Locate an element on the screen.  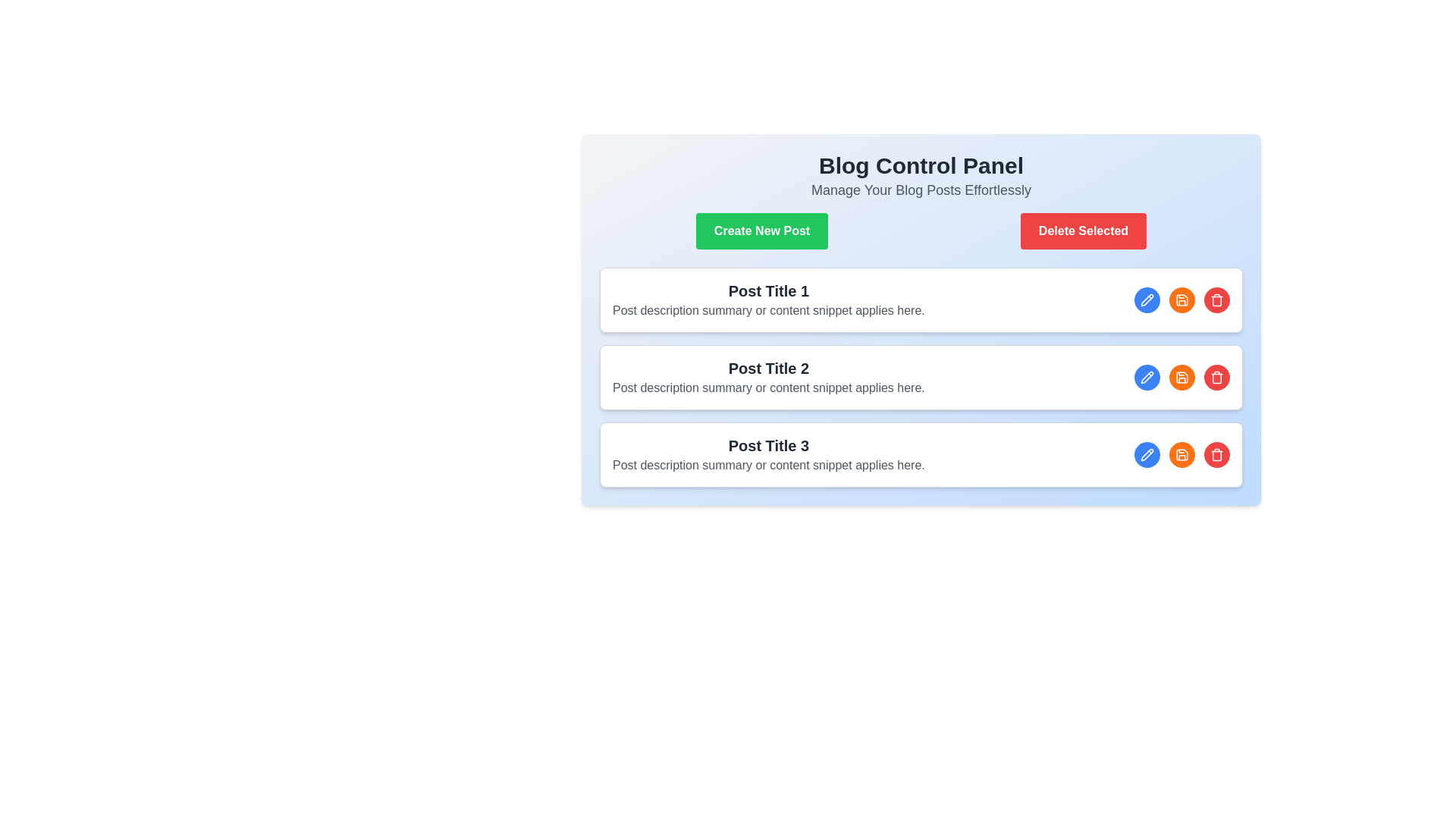
the second Content card in the vertically stacked list of blog post snippets, which is located between 'Post Title 1' and 'Post Title 3' is located at coordinates (920, 376).